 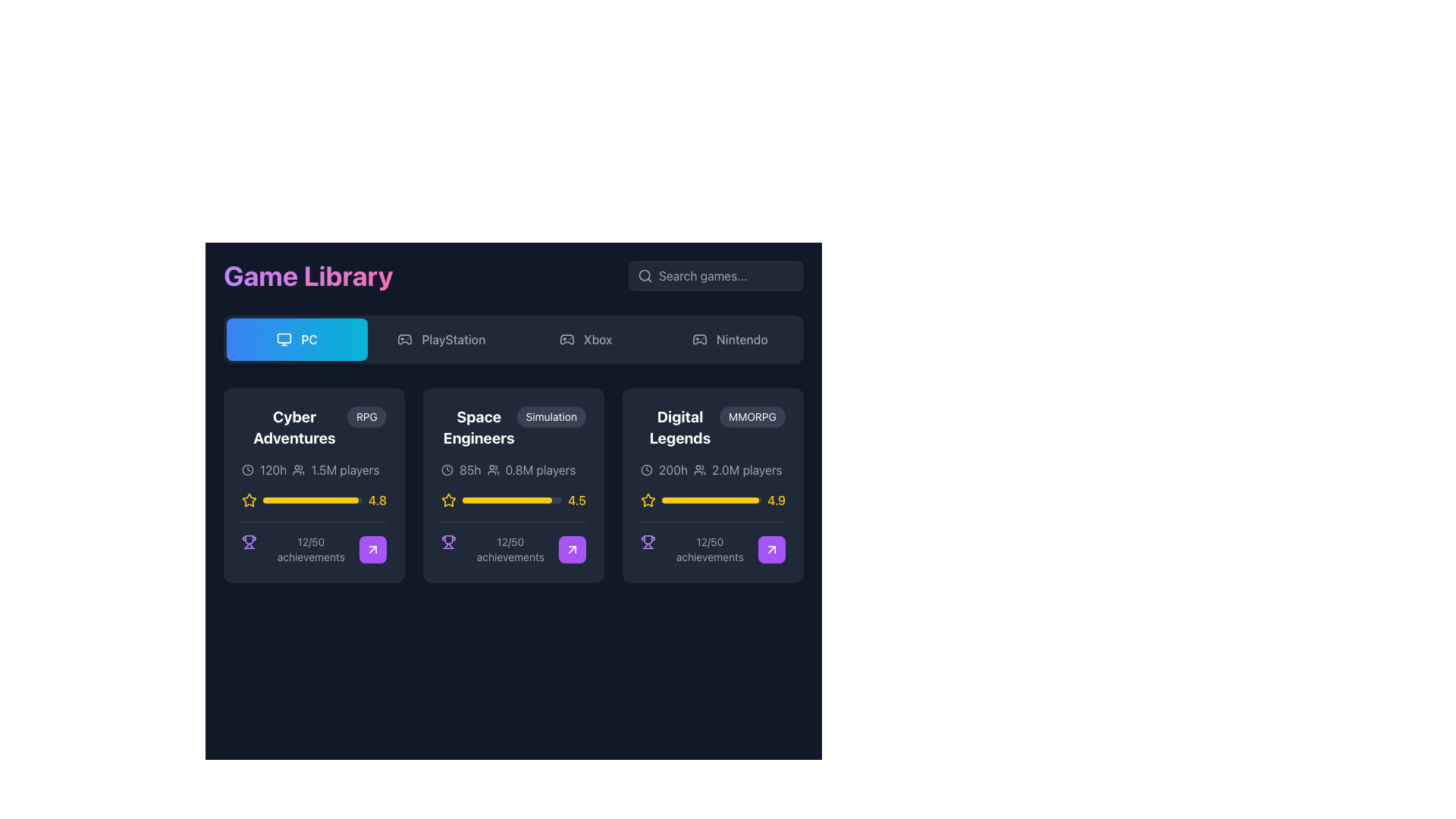 What do you see at coordinates (284, 338) in the screenshot?
I see `the decorative SVG icon located to the left of the 'PC' label in the platform selection row, which enhances the clarity of the interface design` at bounding box center [284, 338].